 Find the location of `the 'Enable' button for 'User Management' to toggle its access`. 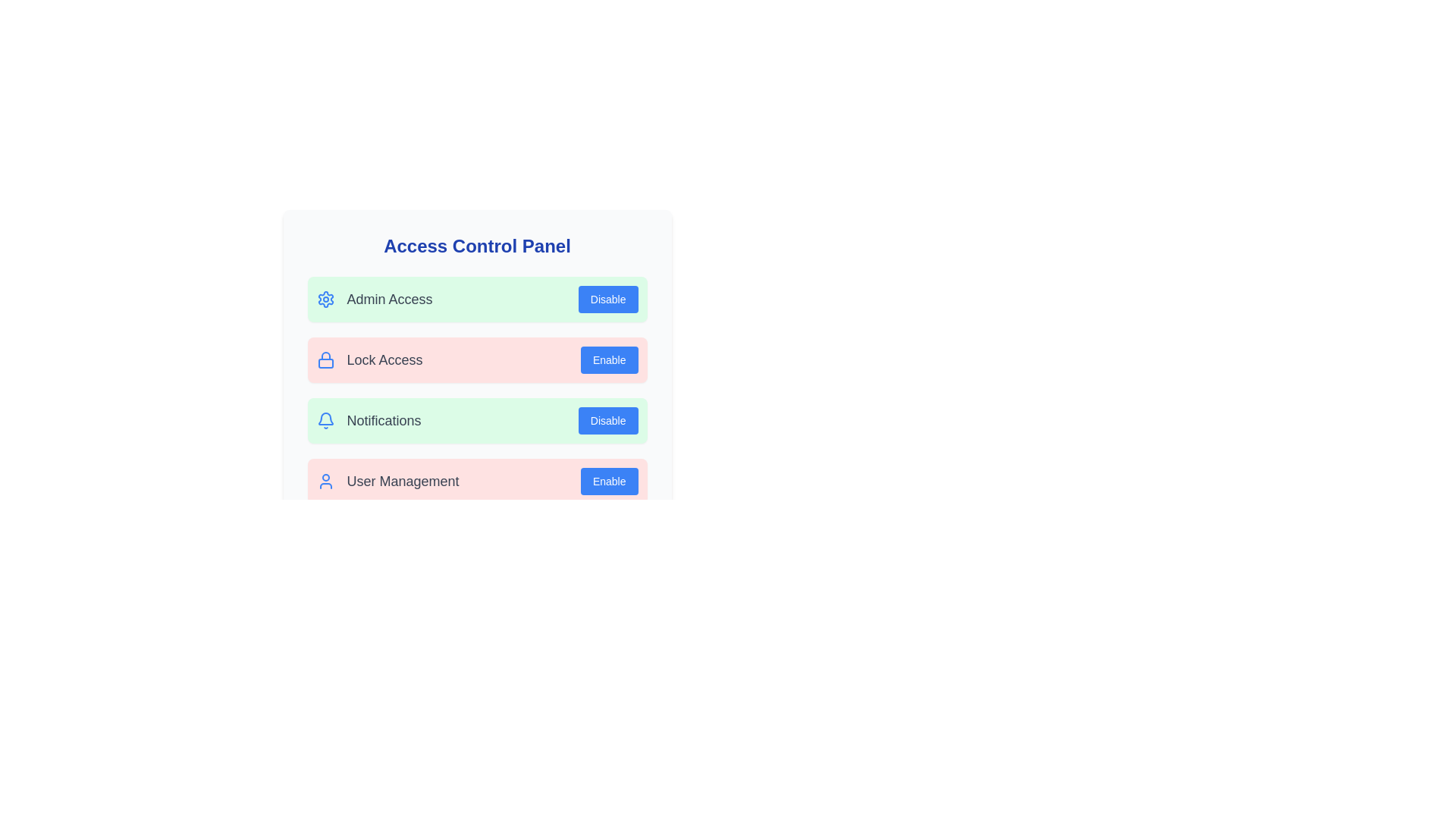

the 'Enable' button for 'User Management' to toggle its access is located at coordinates (609, 482).